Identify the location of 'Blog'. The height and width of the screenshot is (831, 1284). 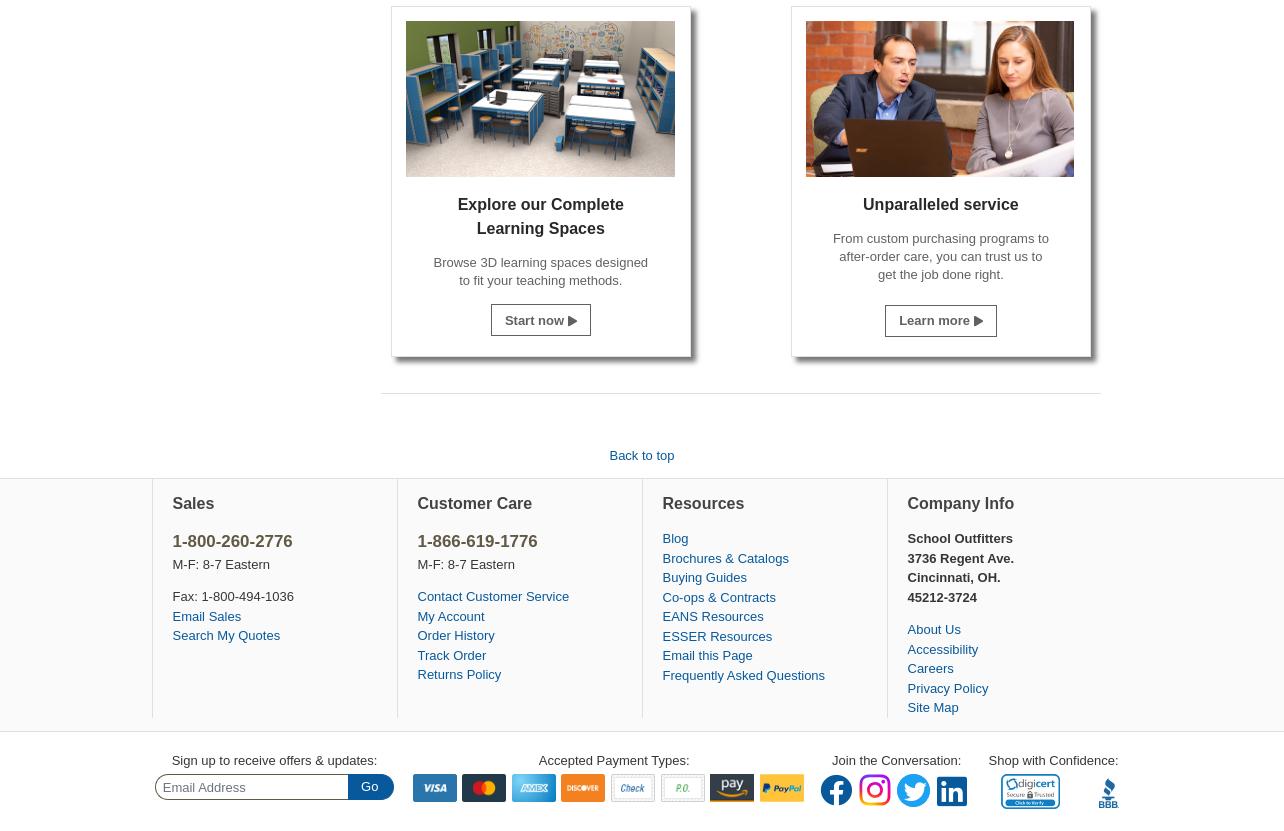
(674, 537).